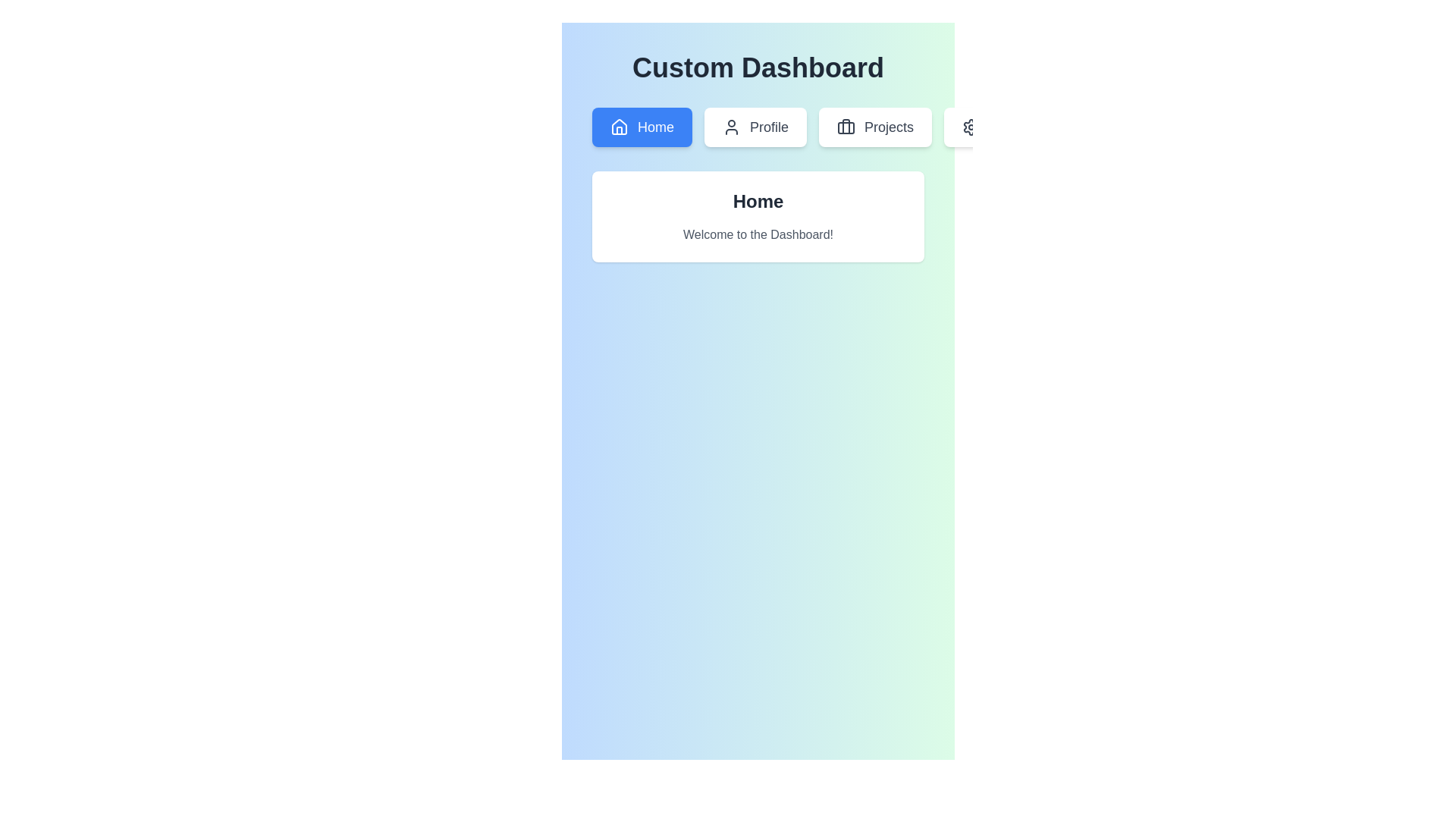 Image resolution: width=1456 pixels, height=819 pixels. Describe the element at coordinates (619, 130) in the screenshot. I see `the door of the house icon, which is part of the 'Home' button located at the top left of the interface` at that location.